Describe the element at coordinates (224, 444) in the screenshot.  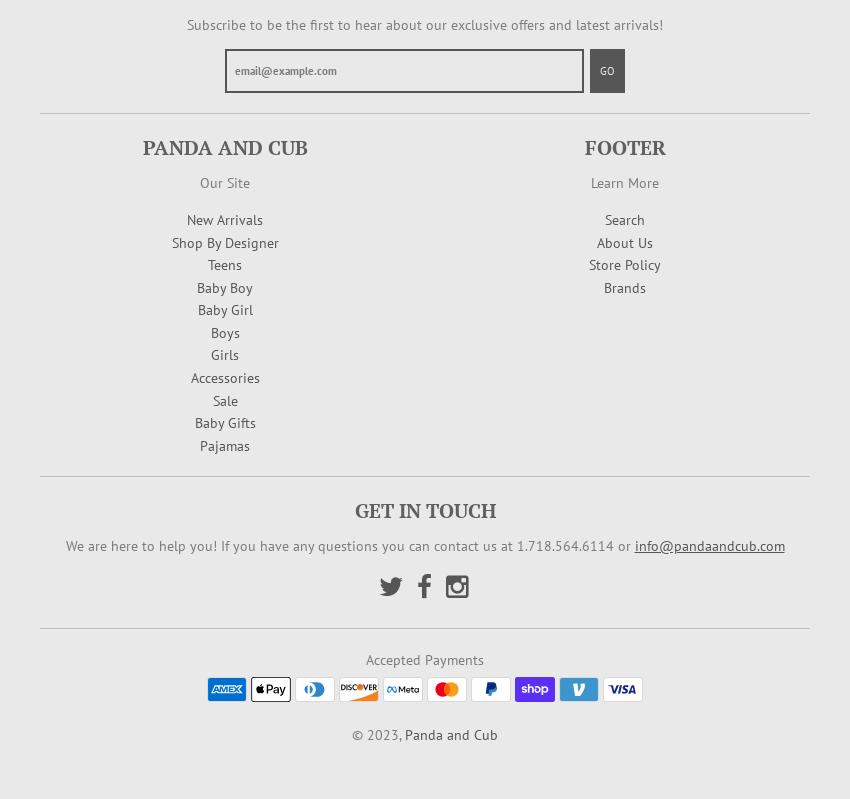
I see `'Pajamas'` at that location.